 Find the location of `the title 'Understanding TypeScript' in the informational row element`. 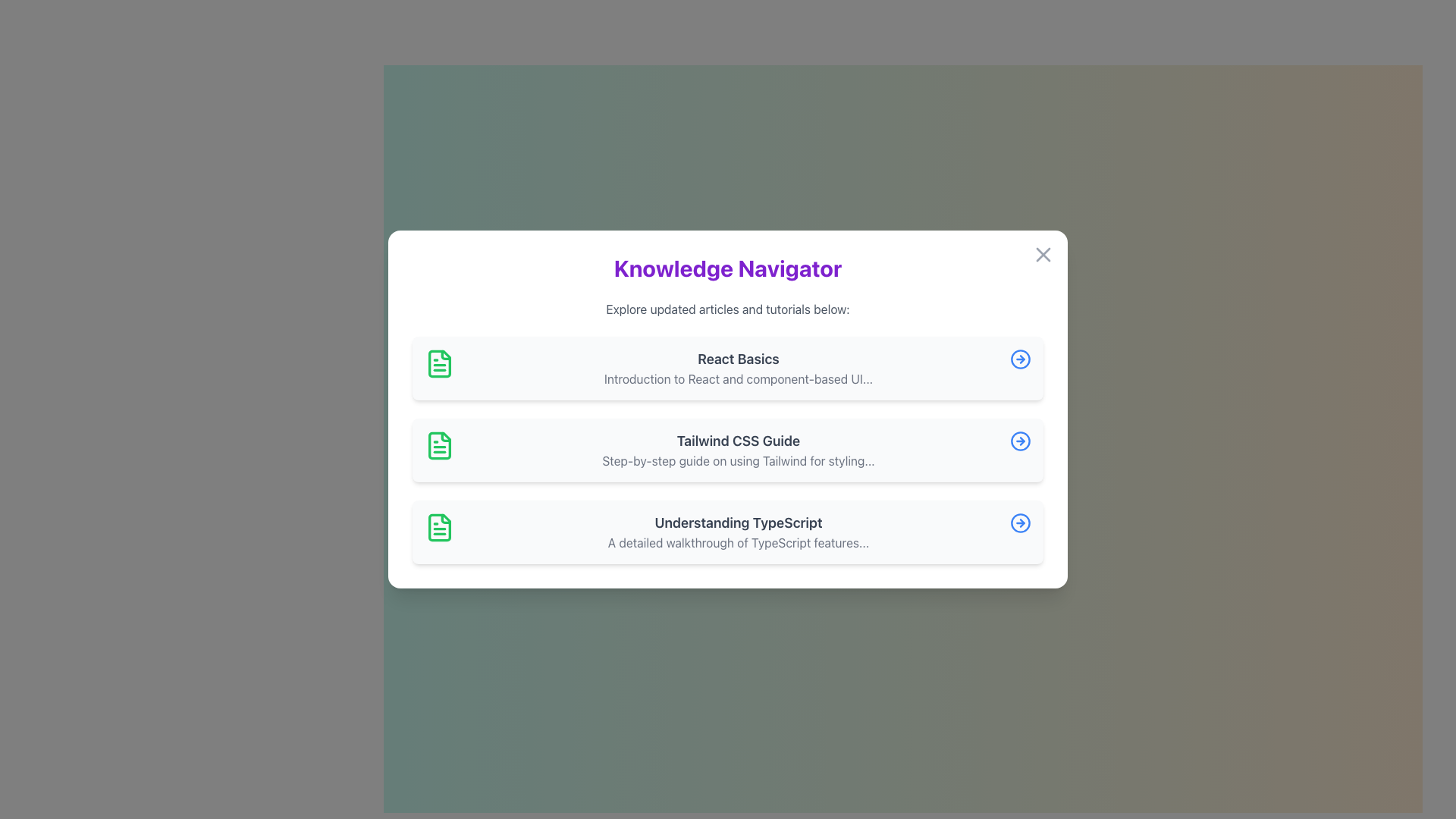

the title 'Understanding TypeScript' in the informational row element is located at coordinates (728, 532).